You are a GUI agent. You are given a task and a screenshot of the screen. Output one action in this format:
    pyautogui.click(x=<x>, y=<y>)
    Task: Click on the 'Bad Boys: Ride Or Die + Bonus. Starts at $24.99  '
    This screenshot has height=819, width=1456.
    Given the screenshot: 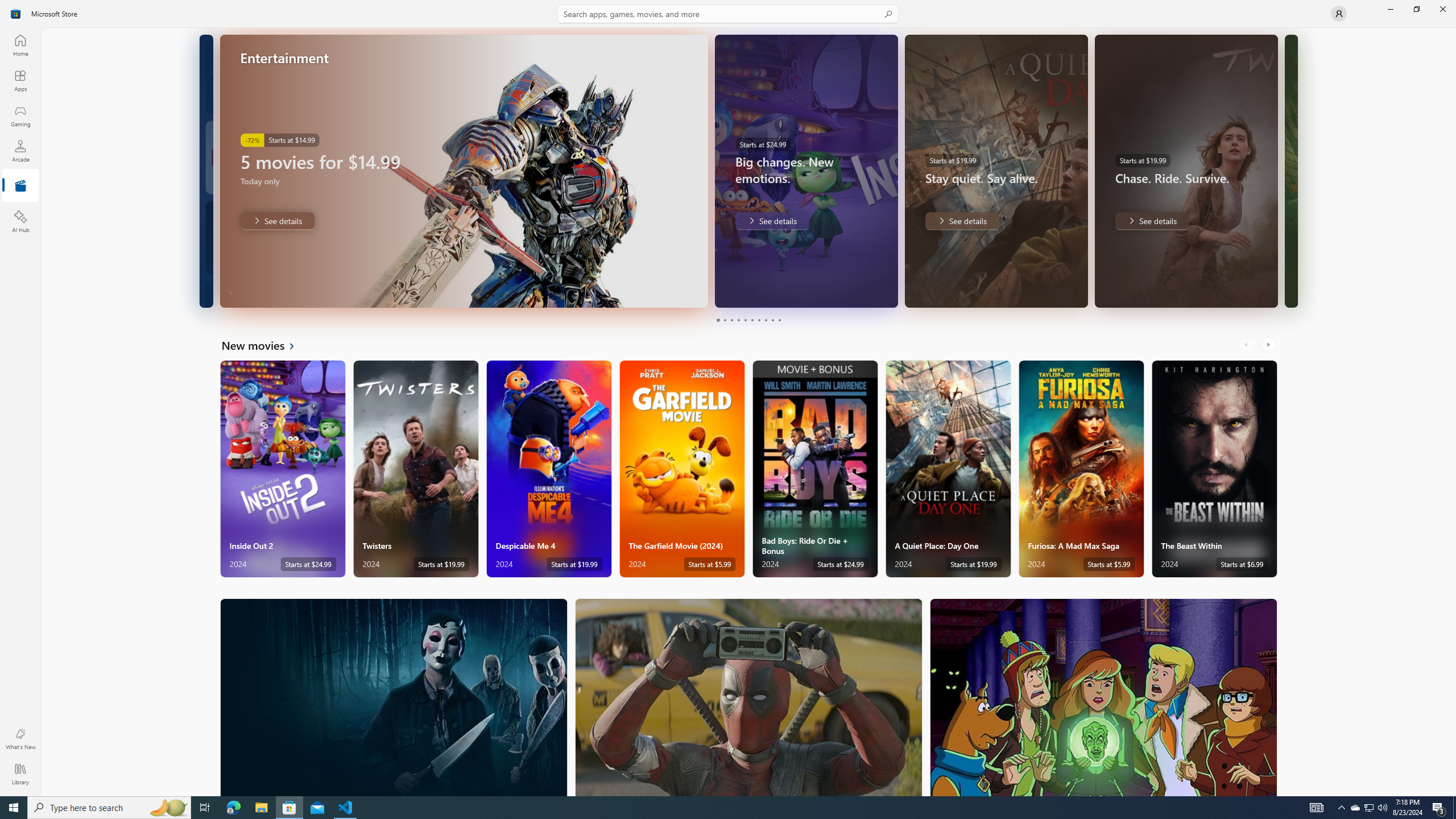 What is the action you would take?
    pyautogui.click(x=814, y=469)
    